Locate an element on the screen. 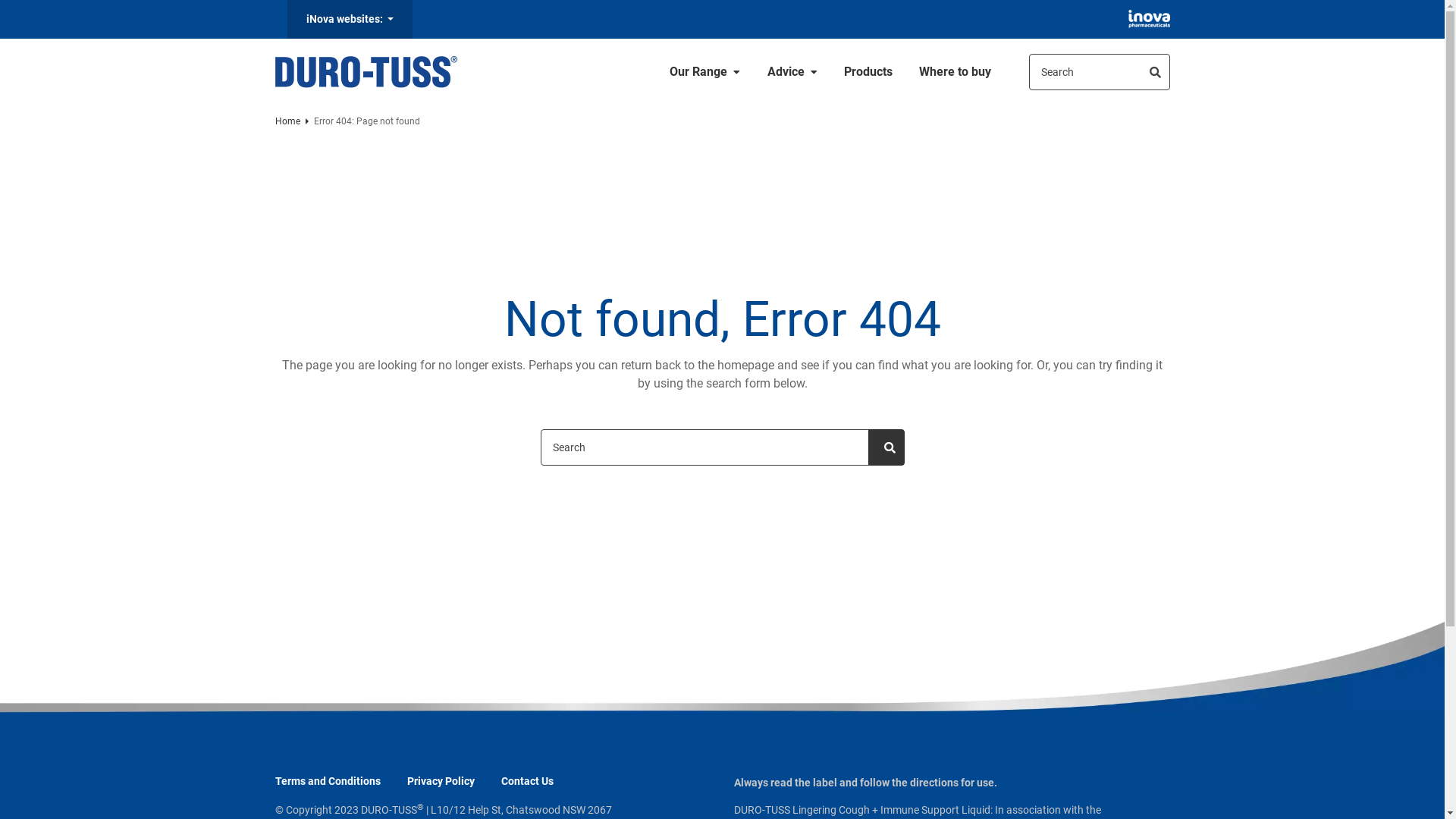 This screenshot has height=819, width=1456. 'Advice' is located at coordinates (792, 72).